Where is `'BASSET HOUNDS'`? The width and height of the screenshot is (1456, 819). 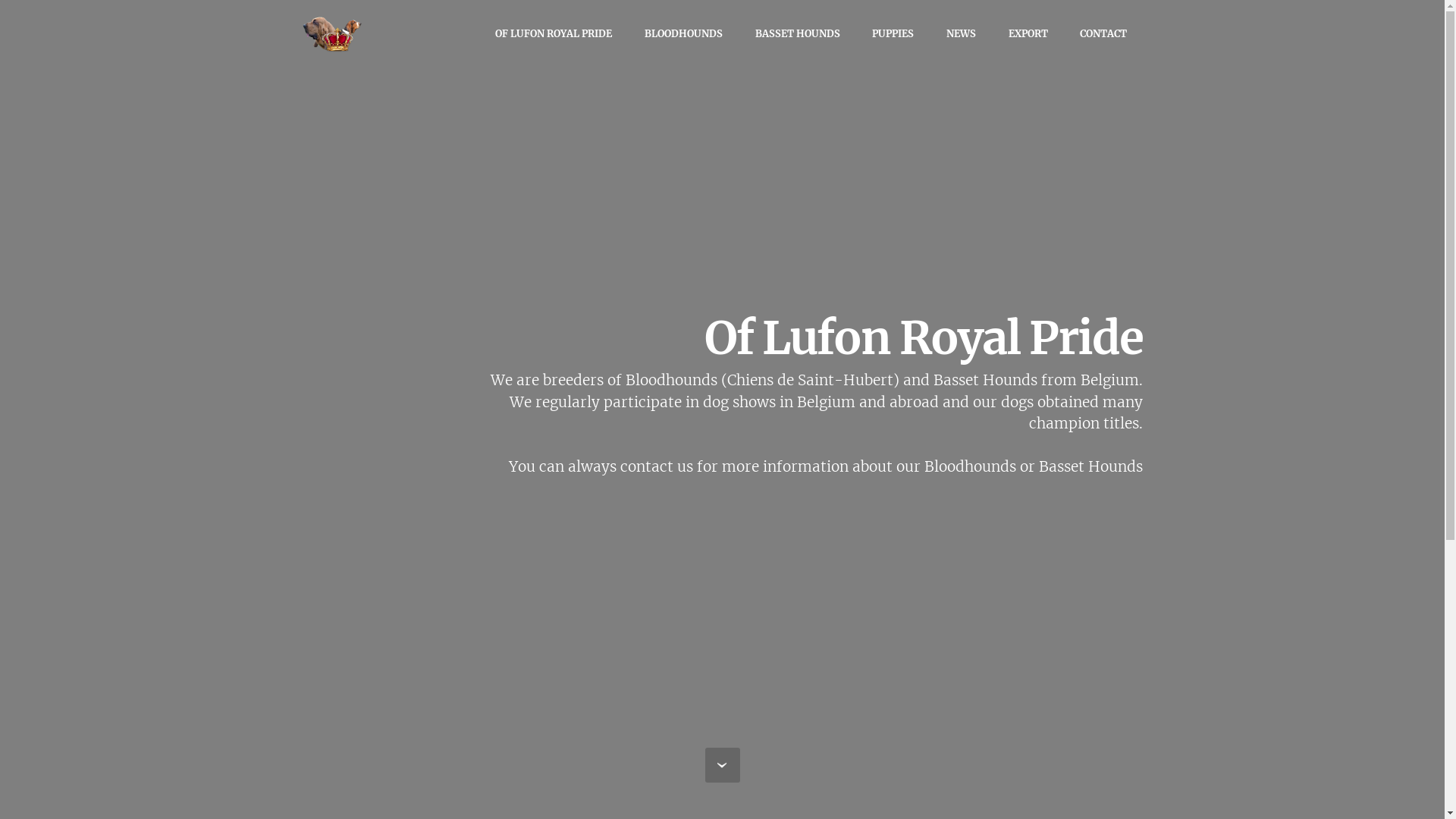 'BASSET HOUNDS' is located at coordinates (796, 33).